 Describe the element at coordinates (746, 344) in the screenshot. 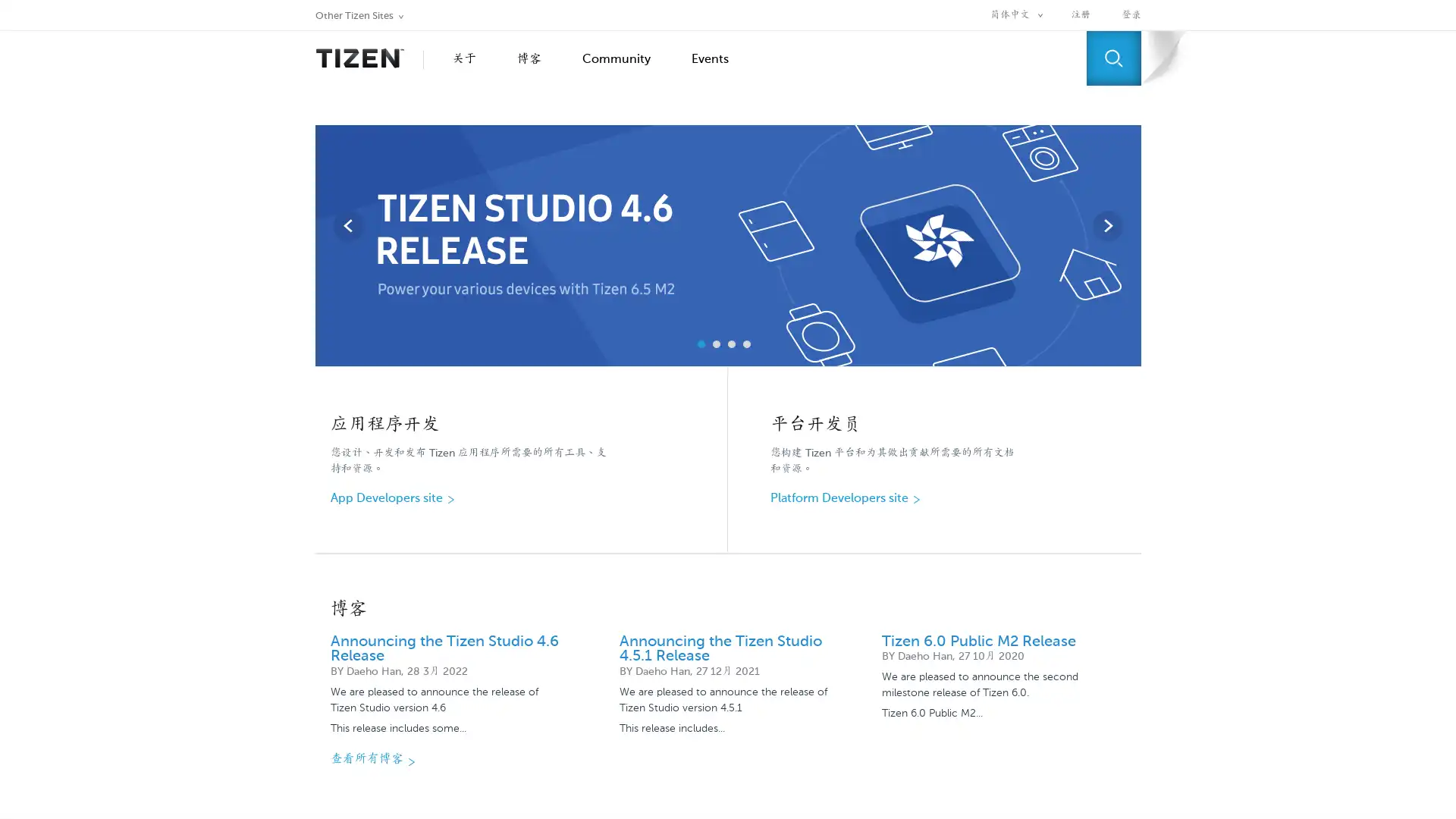

I see `4` at that location.